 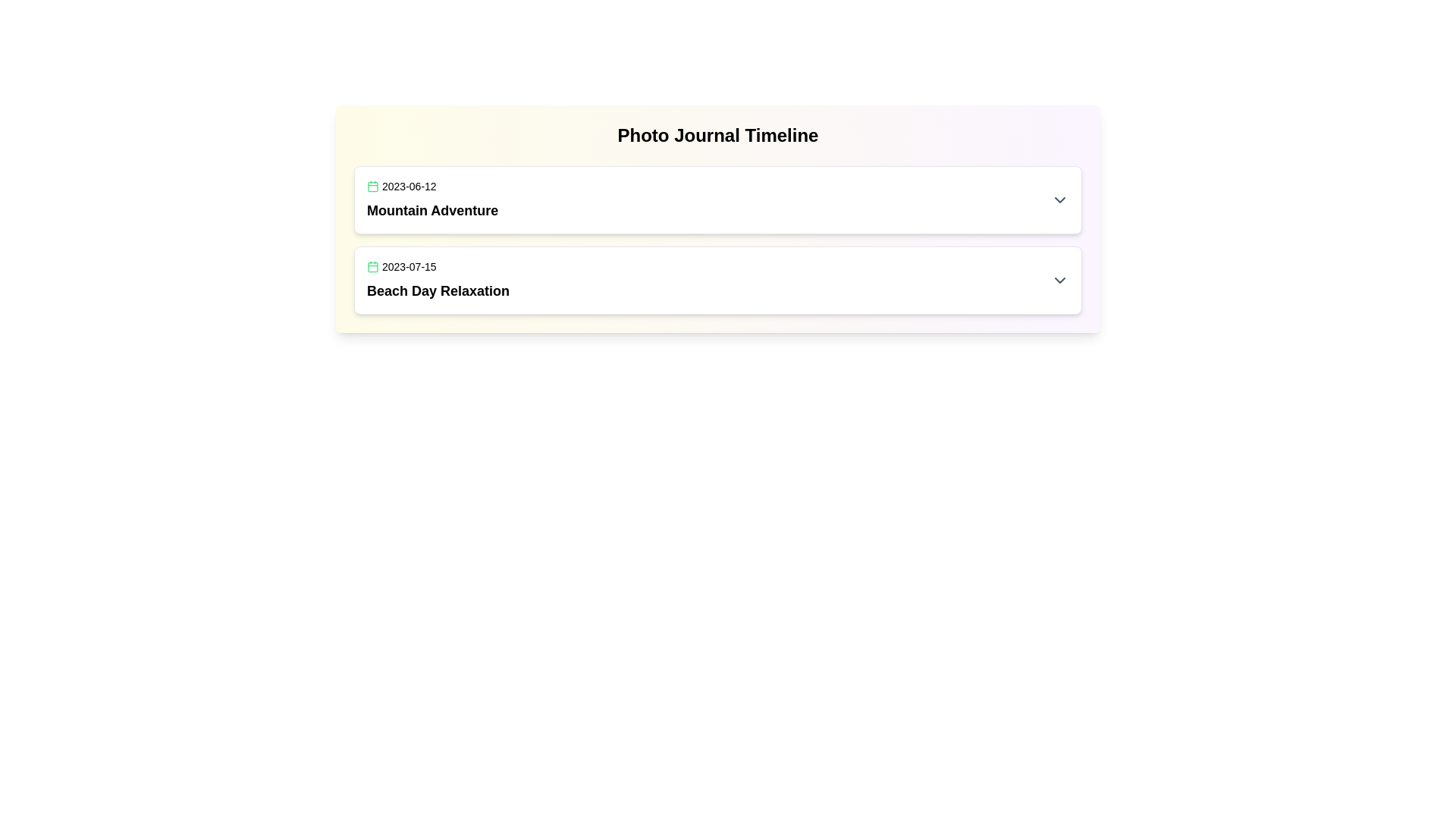 I want to click on the calendar icon styled with green accents, which is located to the left of the timestamp '2023-07-15' in the Photo Journal Timeline, so click(x=372, y=265).